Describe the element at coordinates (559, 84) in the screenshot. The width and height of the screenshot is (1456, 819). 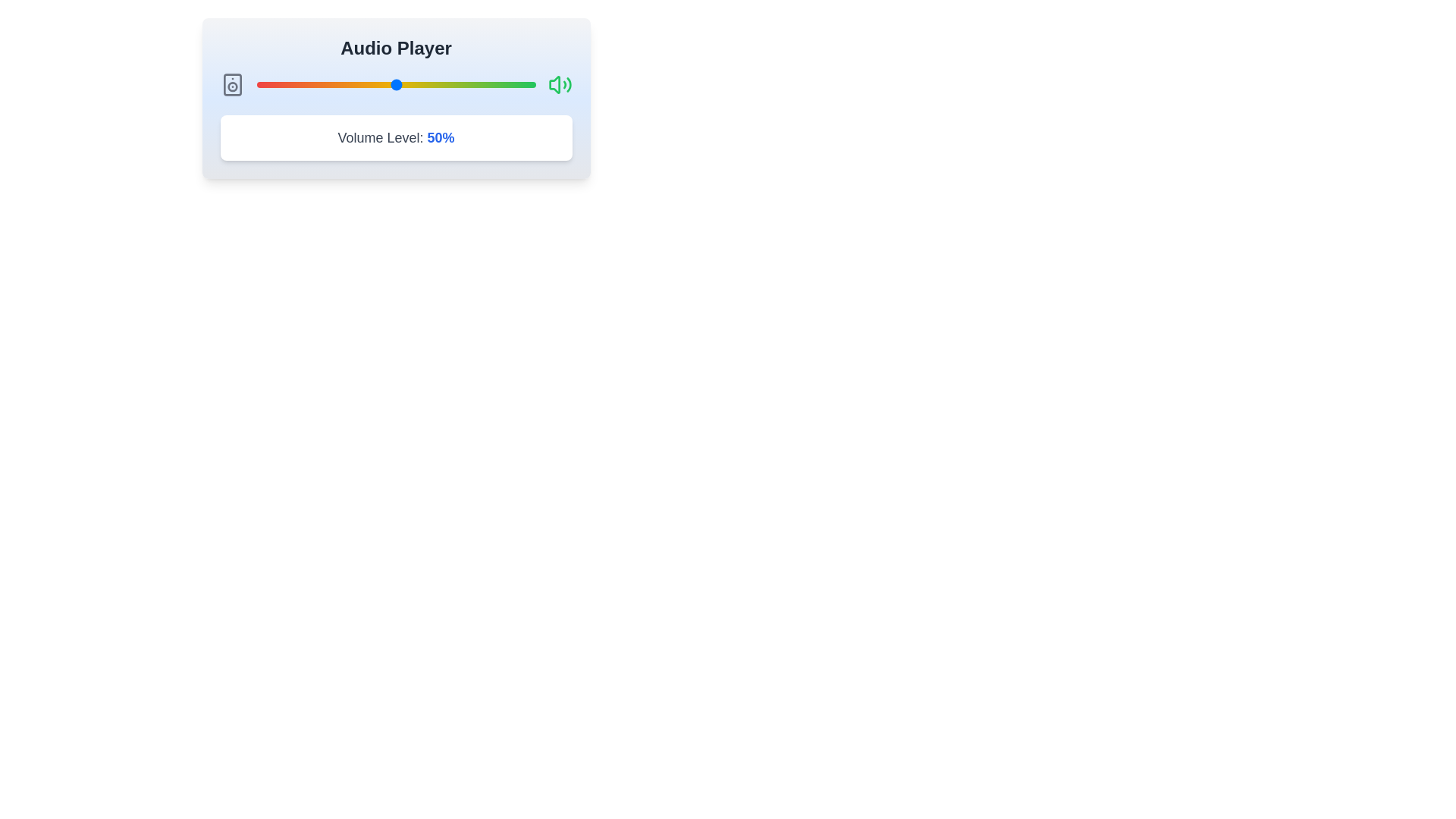
I see `the volume icon to focus` at that location.